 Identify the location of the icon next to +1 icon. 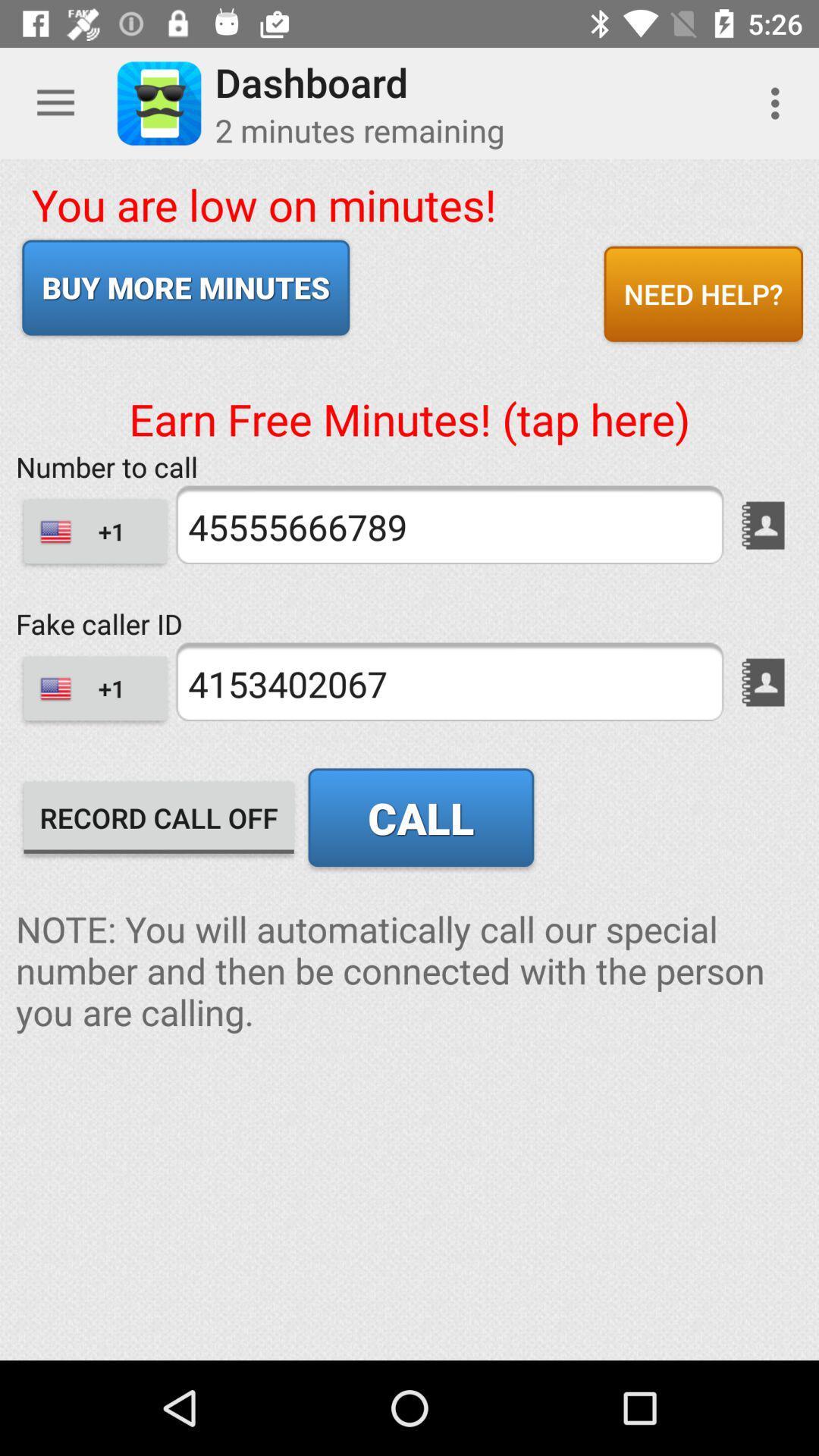
(448, 681).